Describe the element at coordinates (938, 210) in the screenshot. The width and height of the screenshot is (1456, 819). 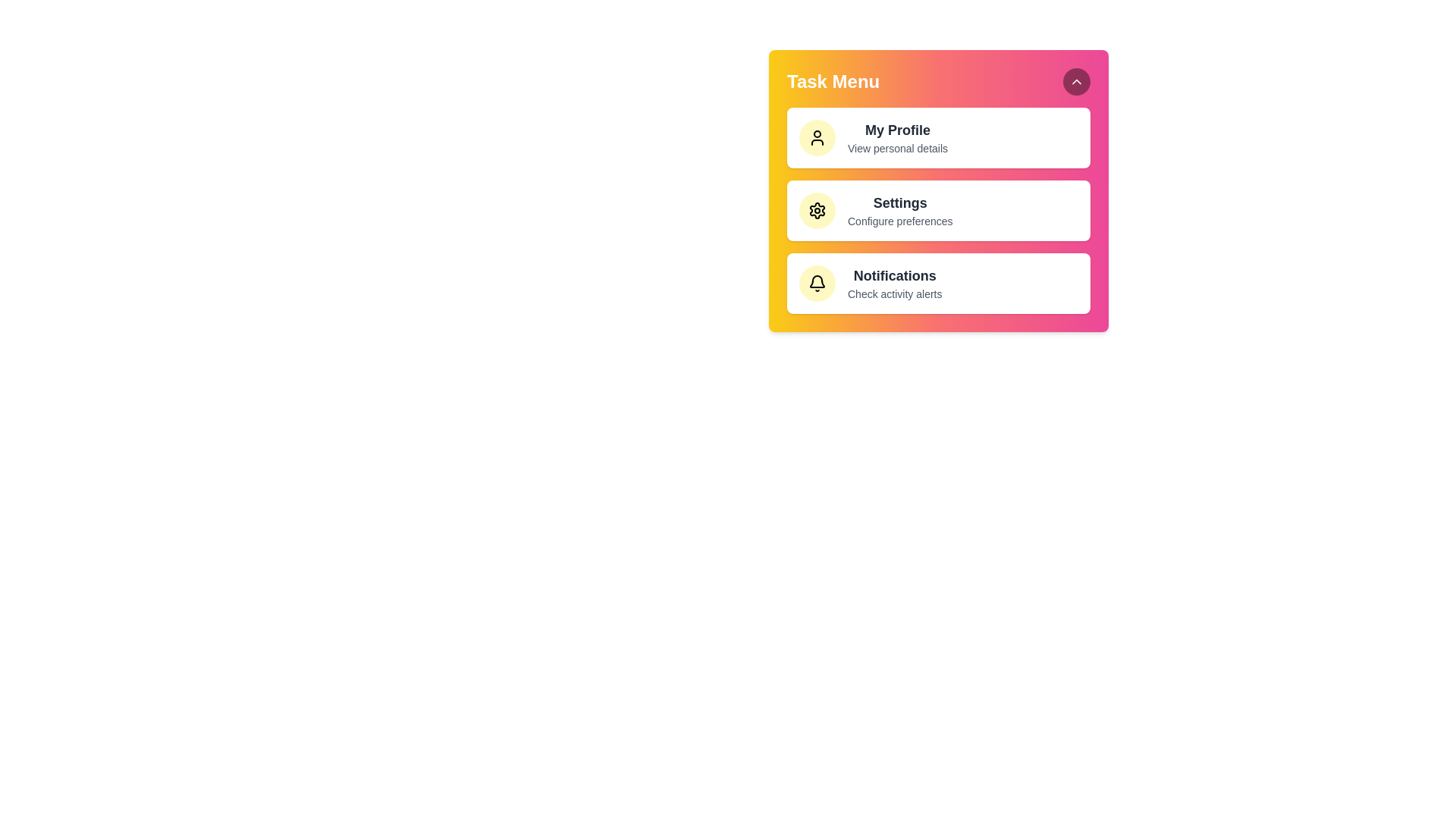
I see `the menu item Settings from the Task Menu` at that location.